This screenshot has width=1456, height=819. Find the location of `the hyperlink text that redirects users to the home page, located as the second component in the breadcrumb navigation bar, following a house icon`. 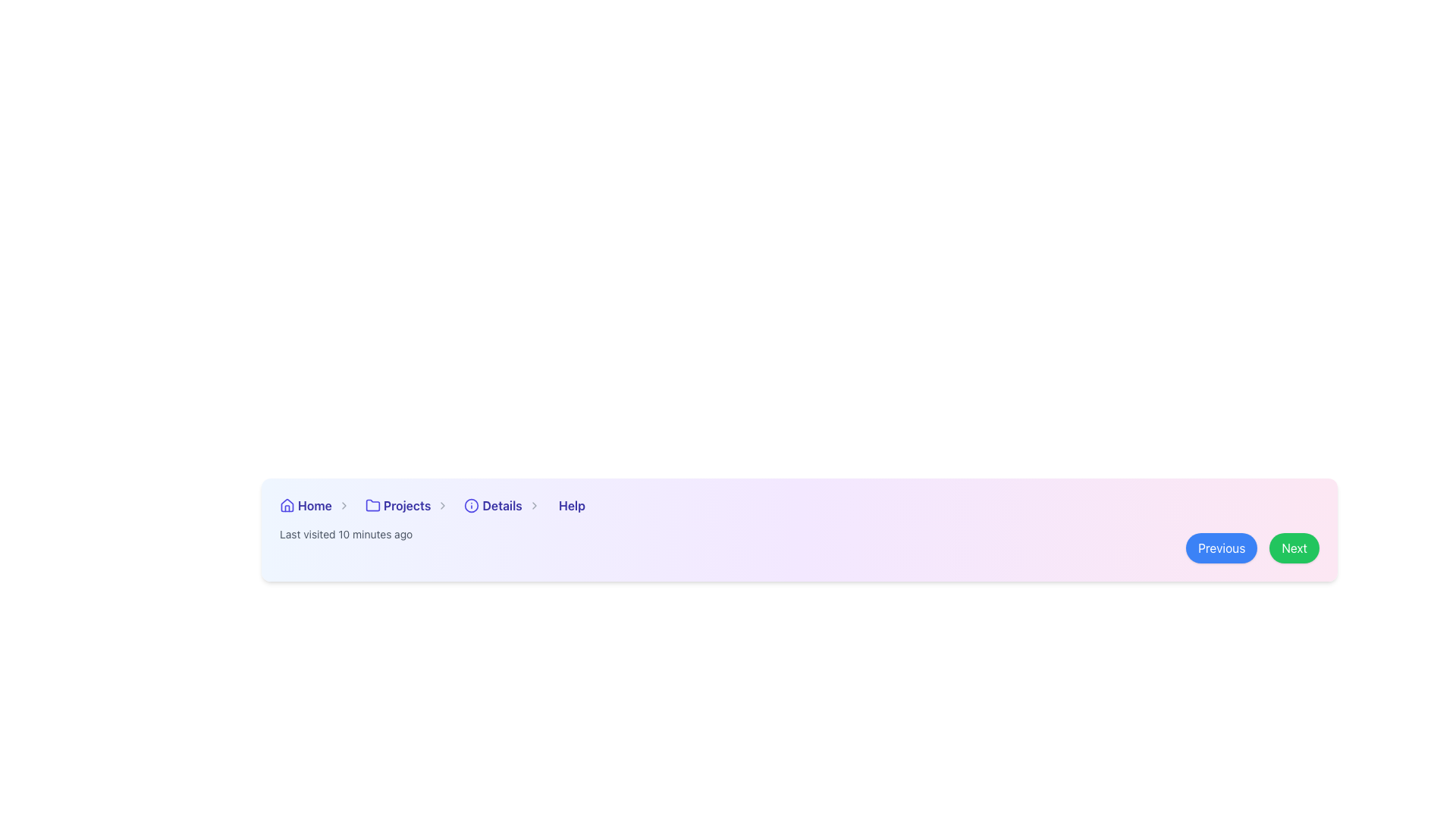

the hyperlink text that redirects users to the home page, located as the second component in the breadcrumb navigation bar, following a house icon is located at coordinates (313, 506).